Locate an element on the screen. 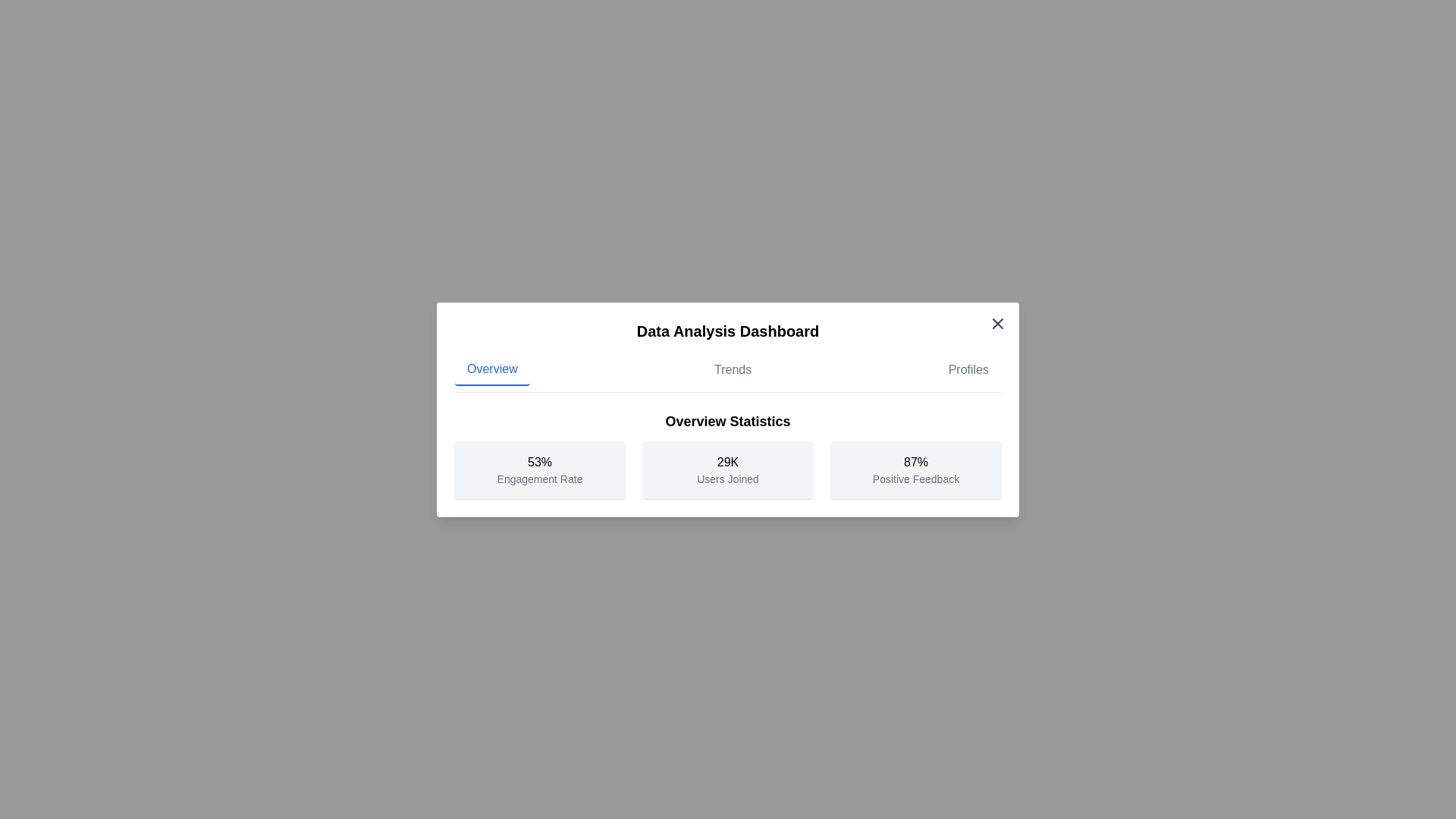  the close icon located in the top-right corner of the modal dialog is located at coordinates (997, 322).